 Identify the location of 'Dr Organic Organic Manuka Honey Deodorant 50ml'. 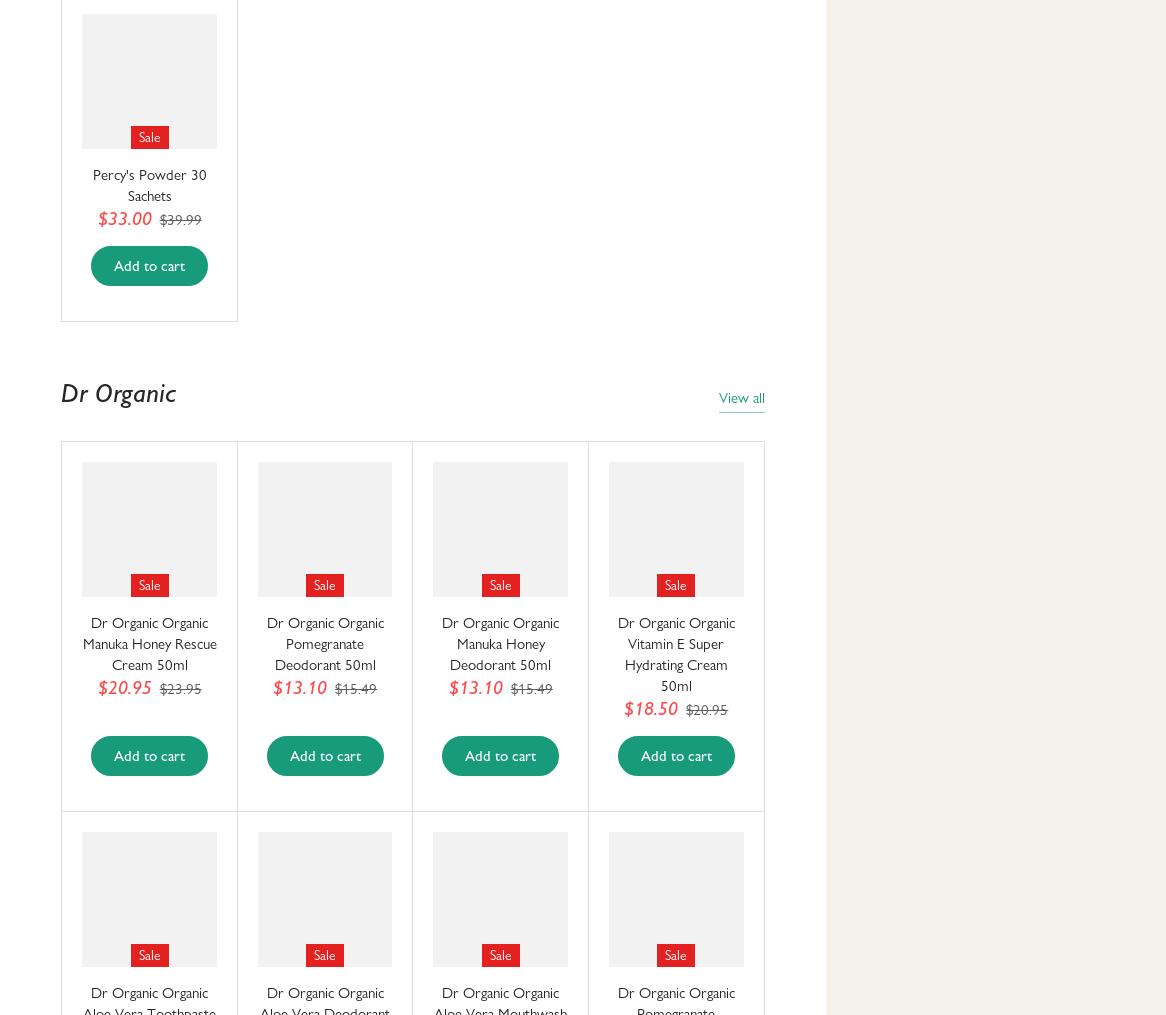
(500, 643).